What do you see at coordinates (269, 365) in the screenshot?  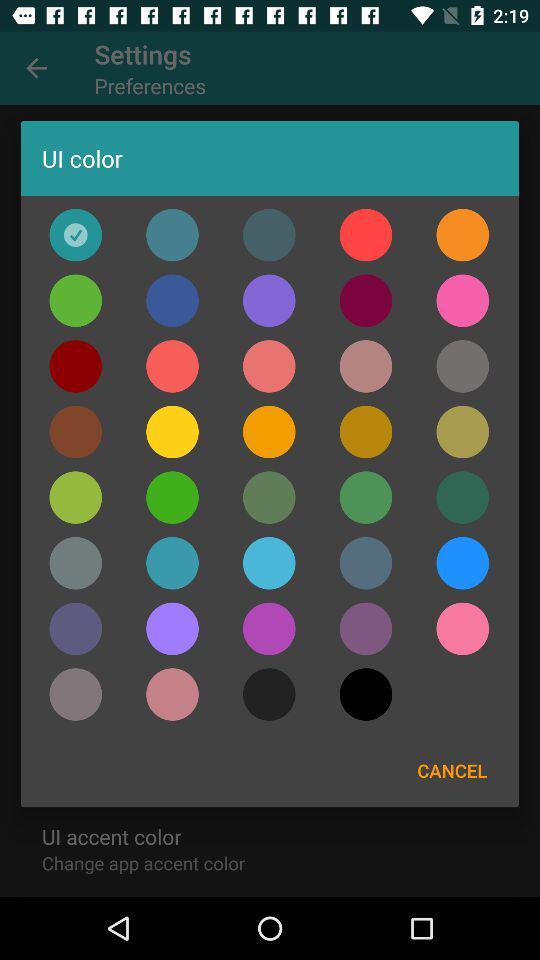 I see `choose the colour` at bounding box center [269, 365].